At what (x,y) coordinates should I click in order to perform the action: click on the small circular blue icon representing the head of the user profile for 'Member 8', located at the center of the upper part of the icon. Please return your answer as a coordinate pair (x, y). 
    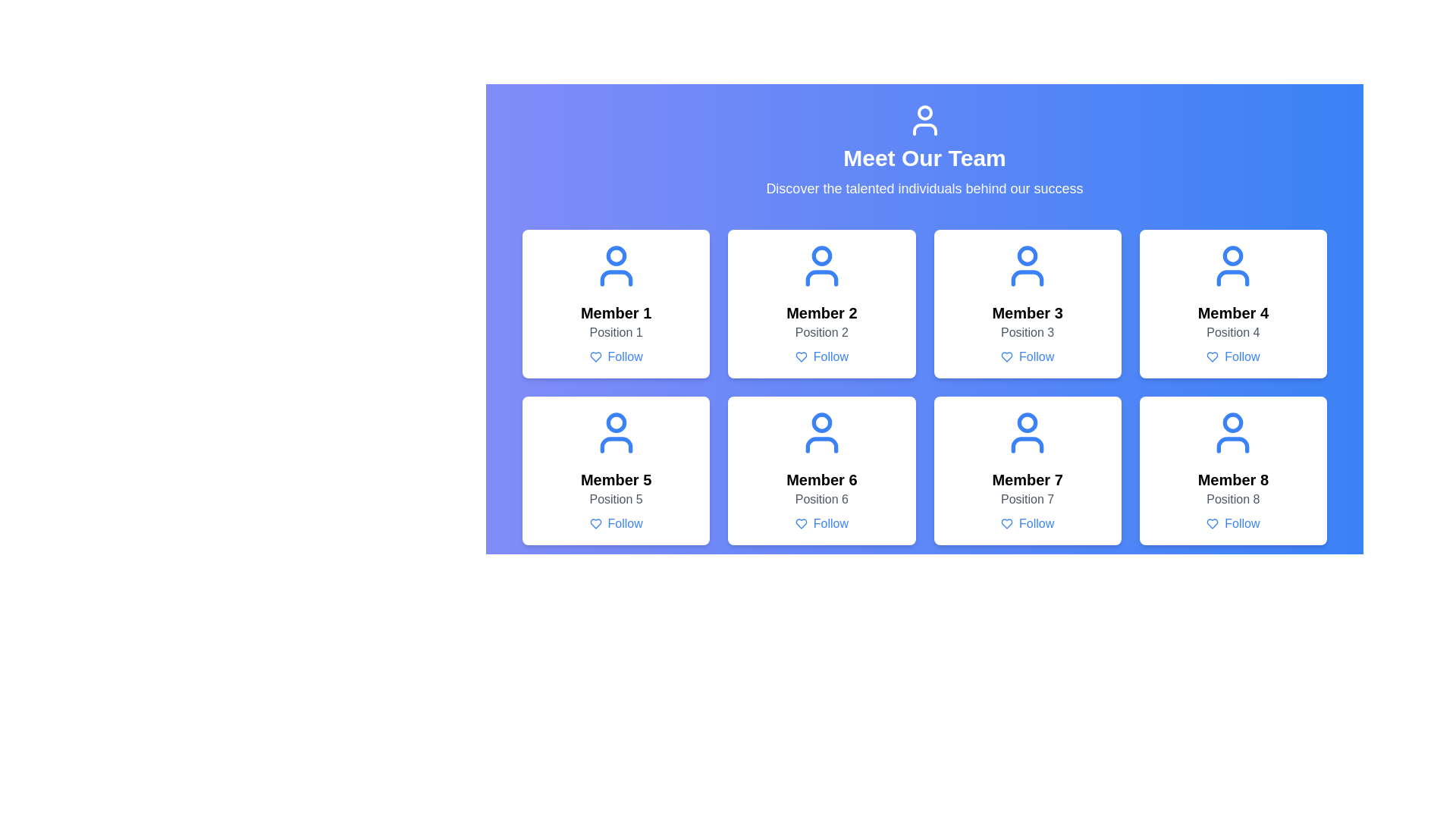
    Looking at the image, I should click on (1233, 422).